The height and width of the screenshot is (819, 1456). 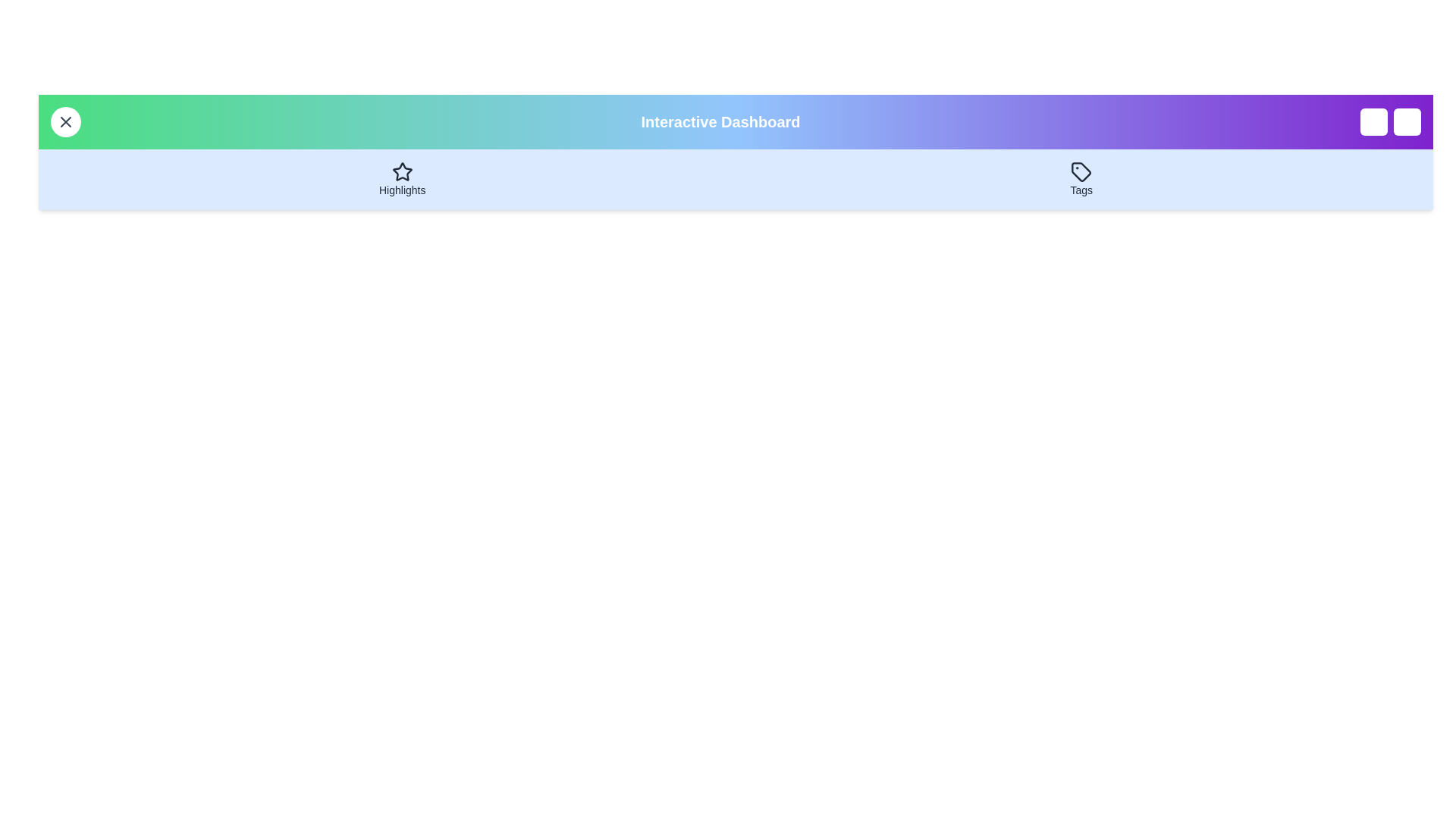 I want to click on the 'Tags' button to navigate to the 'Tags' section, so click(x=1080, y=178).